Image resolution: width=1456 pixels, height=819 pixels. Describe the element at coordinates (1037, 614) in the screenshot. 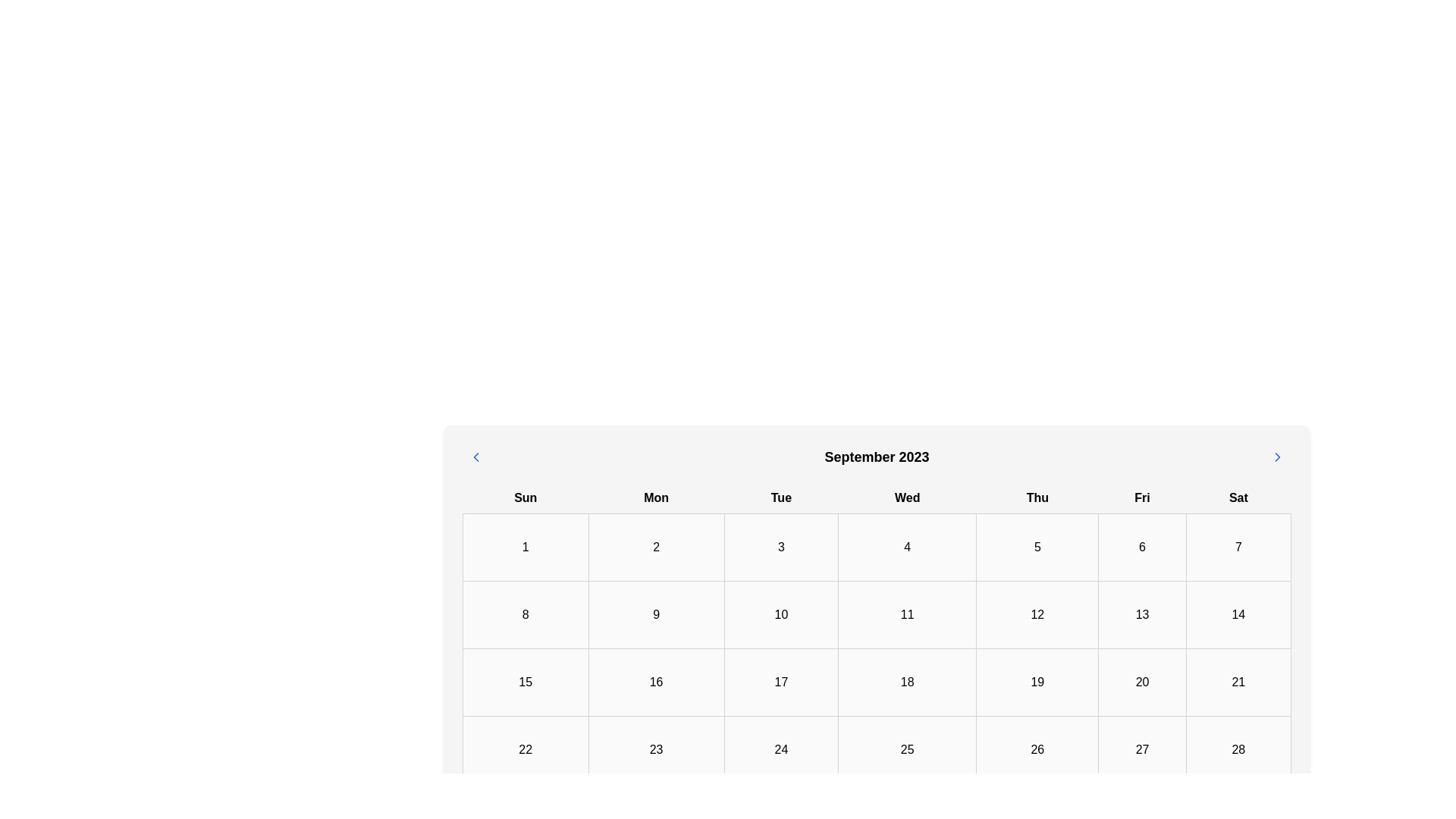

I see `the Calendar Day Cell representing the 12th day of September 2023` at that location.